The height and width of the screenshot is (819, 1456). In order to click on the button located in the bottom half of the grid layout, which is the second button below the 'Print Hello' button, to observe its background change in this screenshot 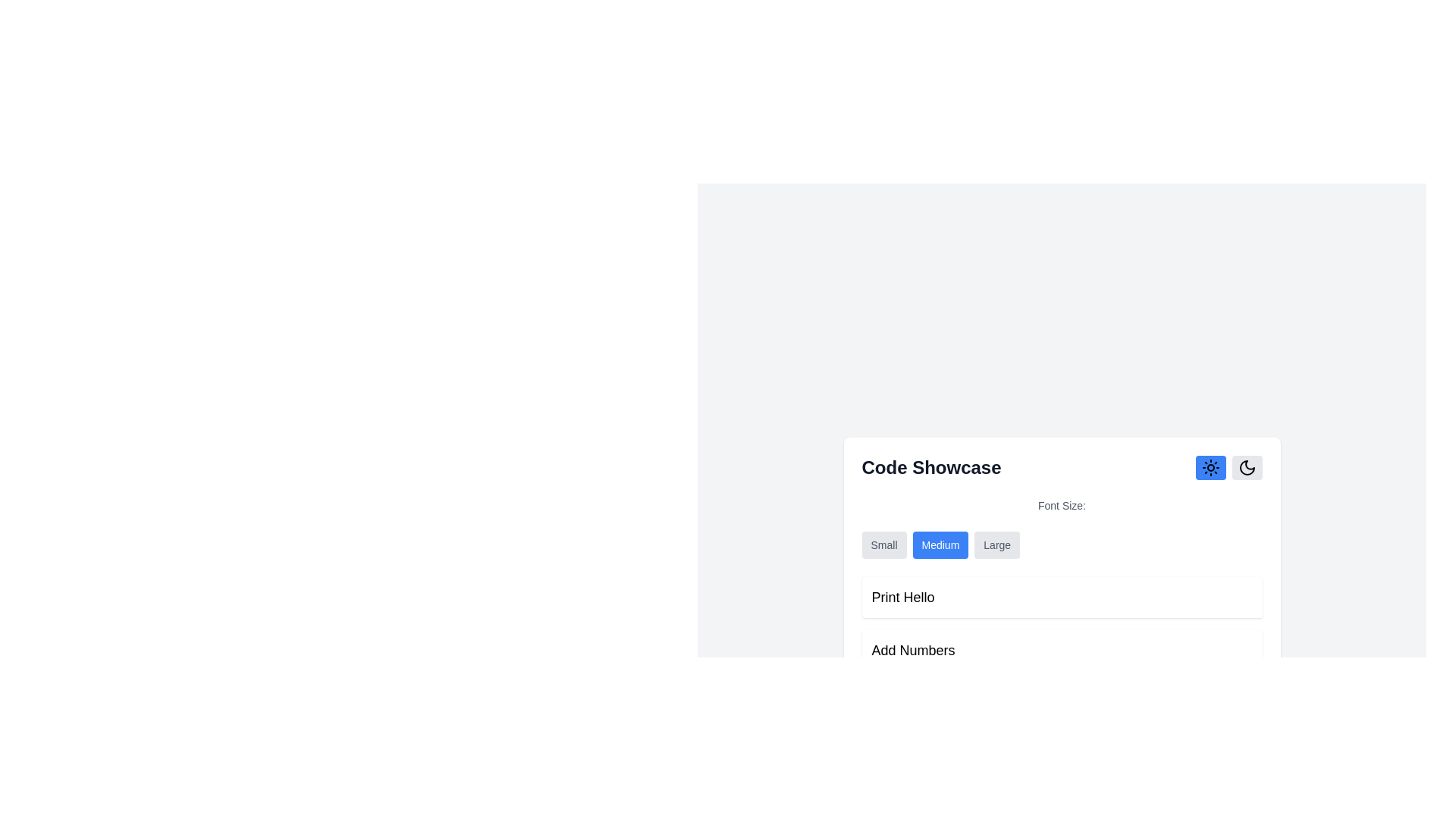, I will do `click(1061, 649)`.